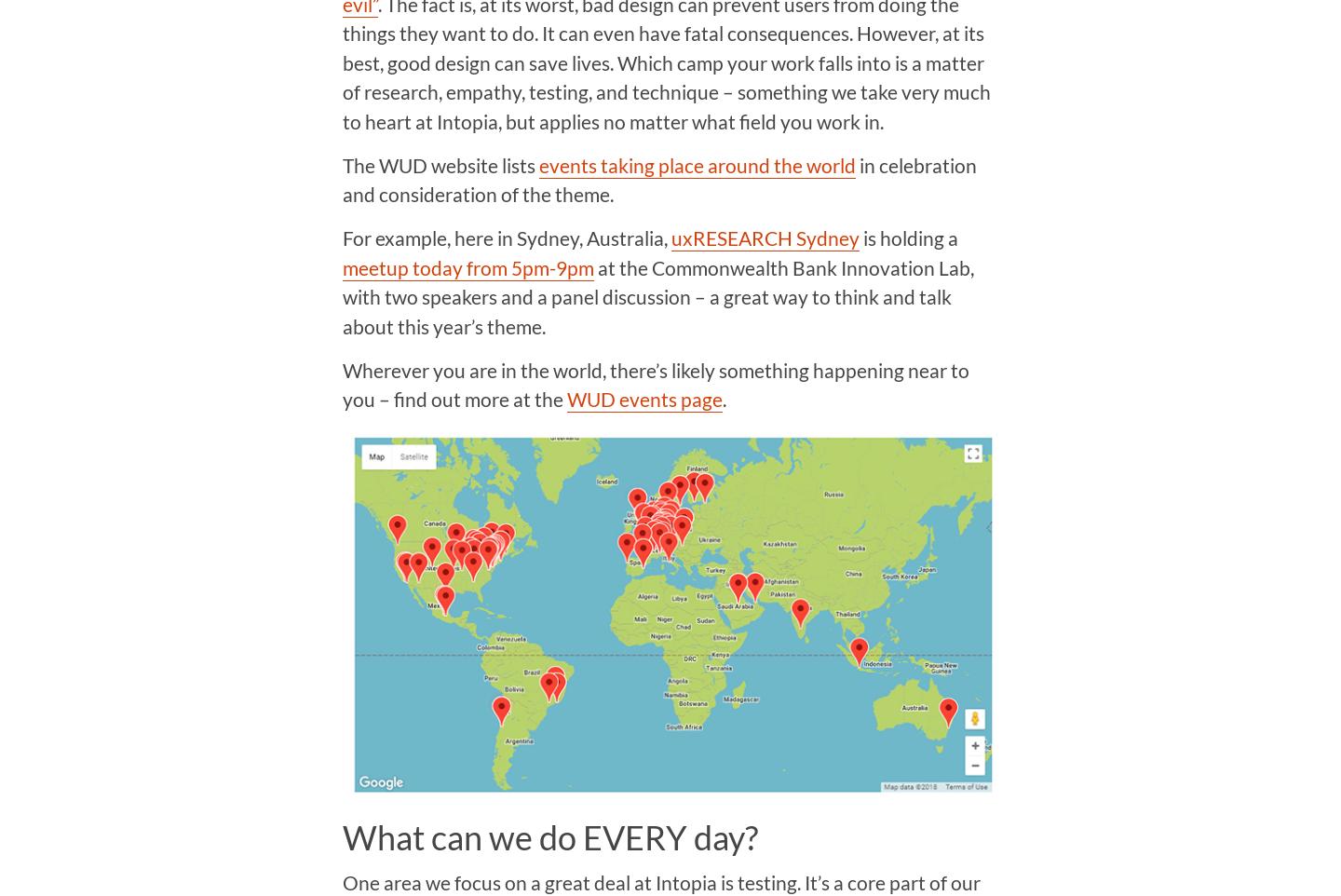 The width and height of the screenshot is (1341, 896). I want to click on 'What can we do EVERY day?', so click(549, 835).